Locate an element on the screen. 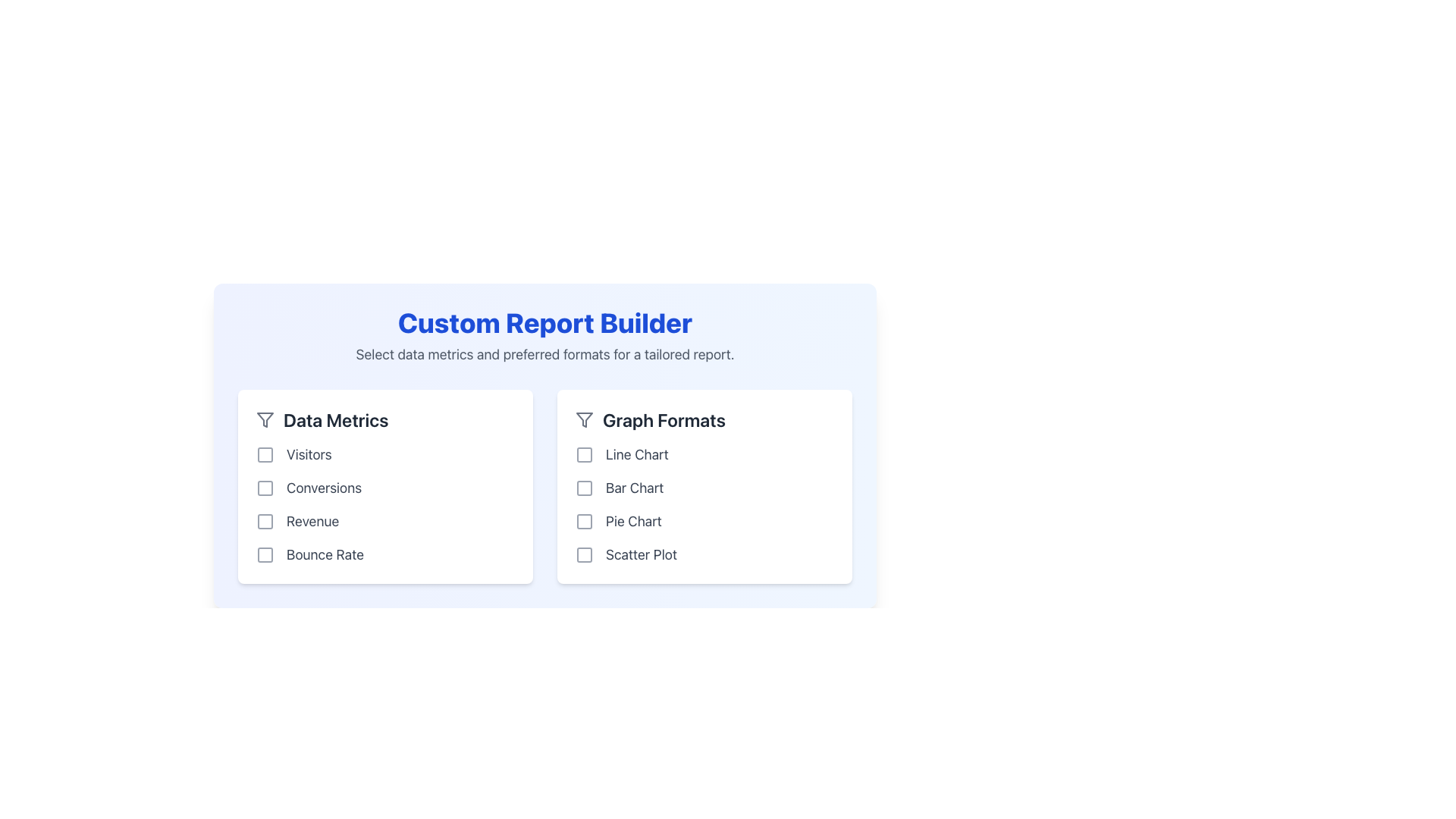 This screenshot has height=819, width=1456. the filtering options icon in the 'Graph Formats' section of the custom report builder interface, located towards the left-hand side is located at coordinates (265, 420).